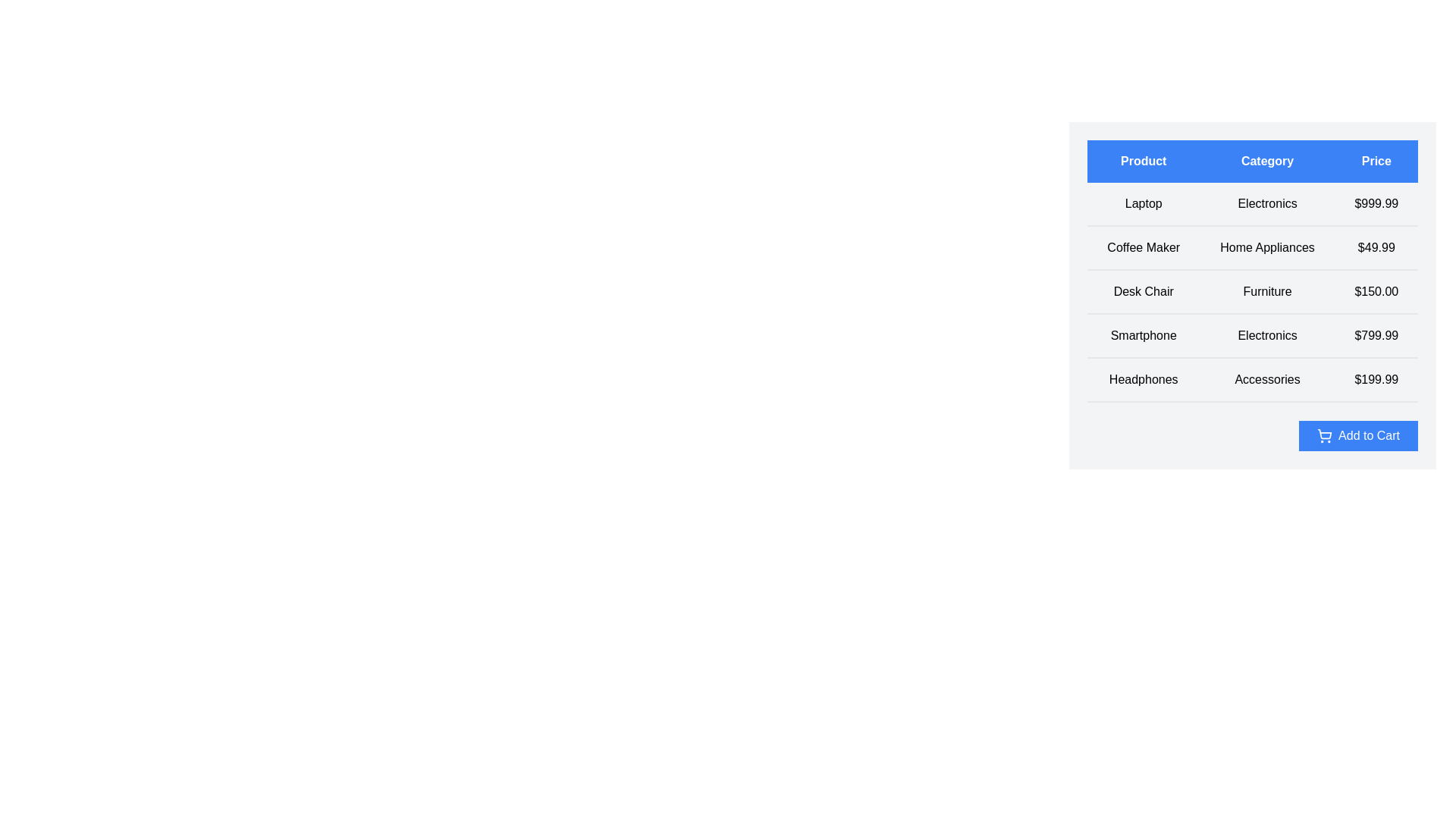 The image size is (1456, 819). What do you see at coordinates (1376, 379) in the screenshot?
I see `the static text displaying the price of the product in the rightmost column of the row labeled 'Headphones'` at bounding box center [1376, 379].